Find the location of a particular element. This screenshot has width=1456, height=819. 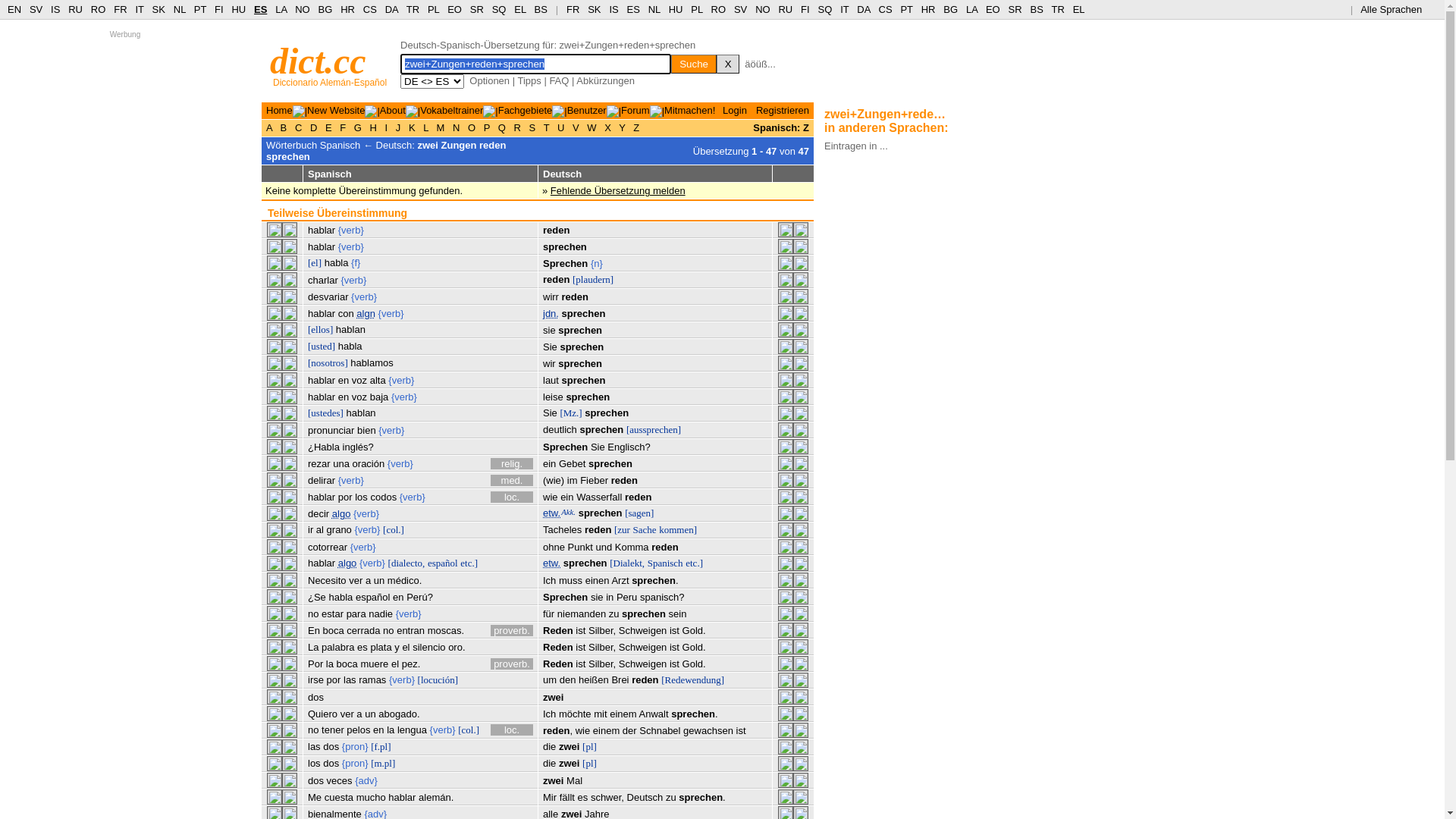

'codos' is located at coordinates (383, 497).